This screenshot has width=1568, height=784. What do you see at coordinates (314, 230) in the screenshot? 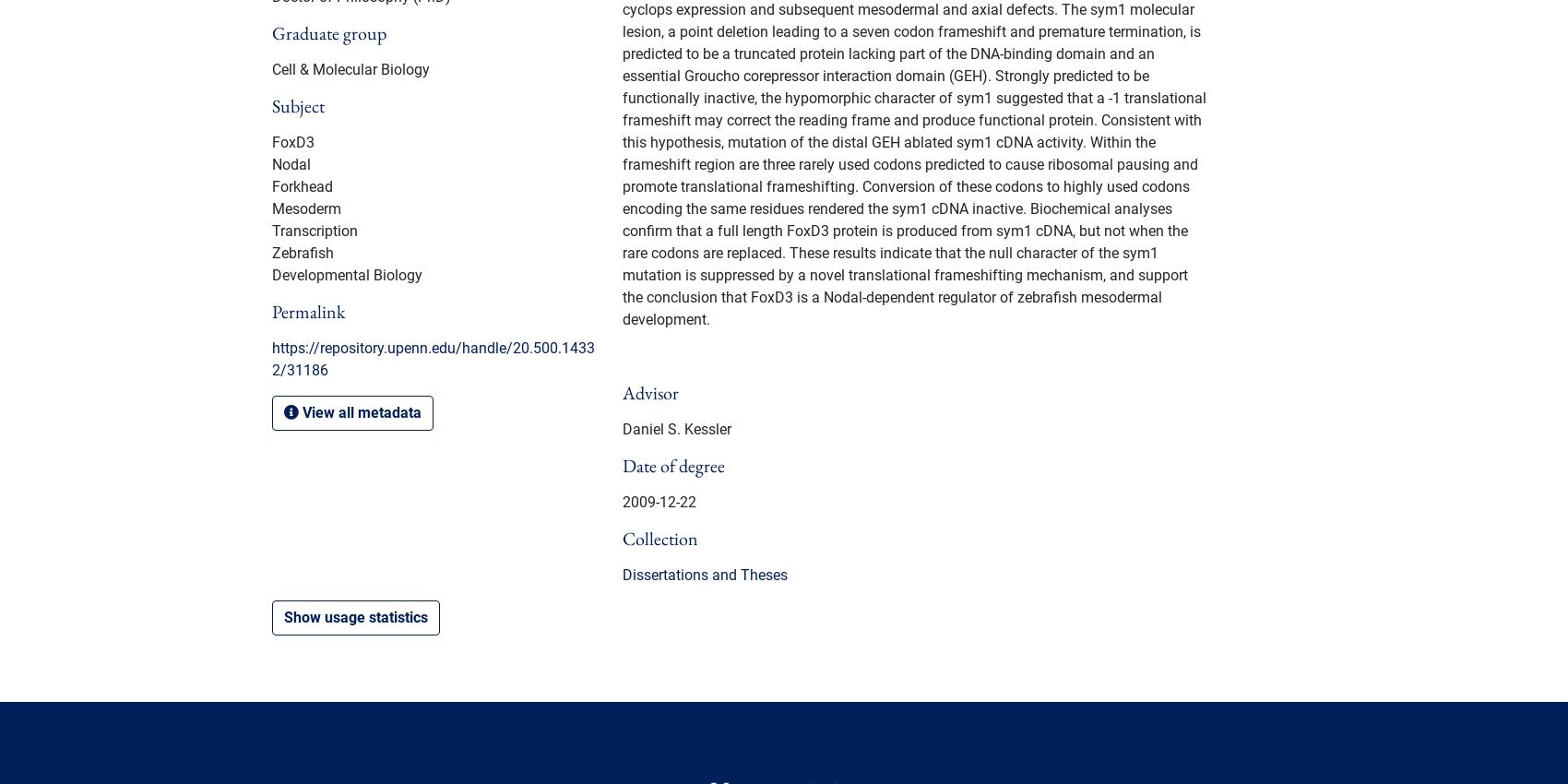
I see `'Transcription'` at bounding box center [314, 230].